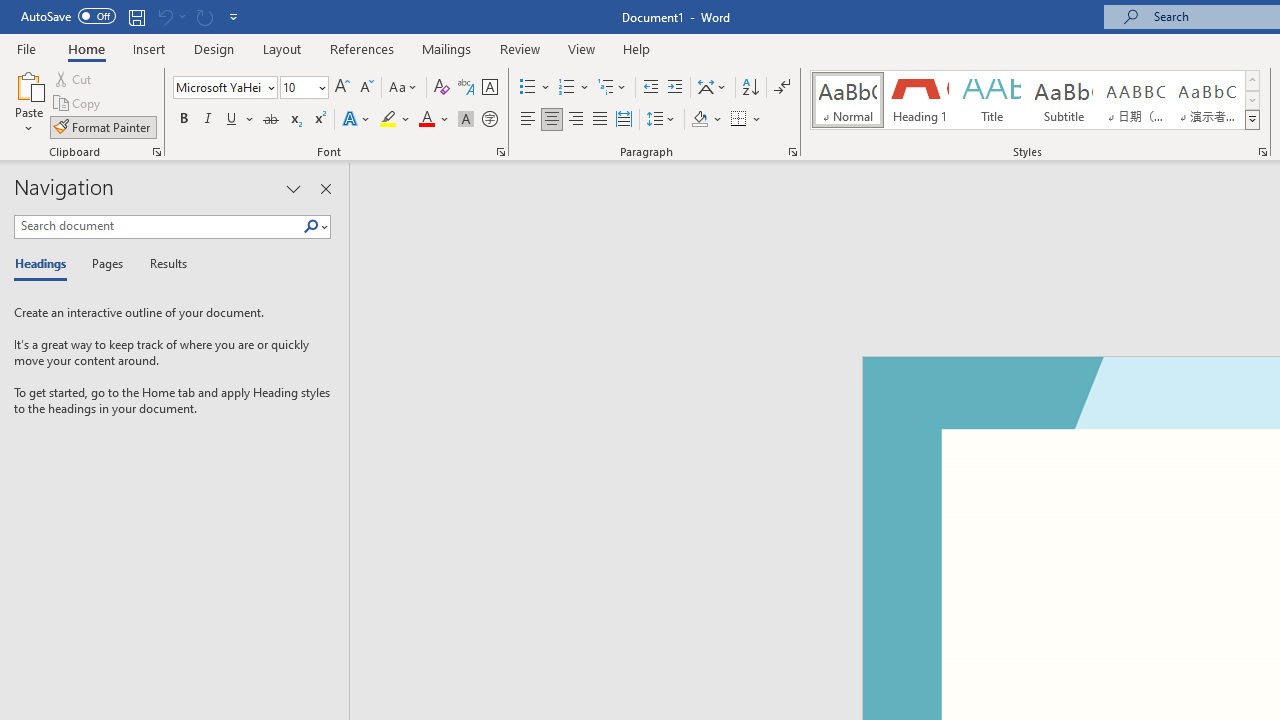  What do you see at coordinates (26, 47) in the screenshot?
I see `'File Tab'` at bounding box center [26, 47].